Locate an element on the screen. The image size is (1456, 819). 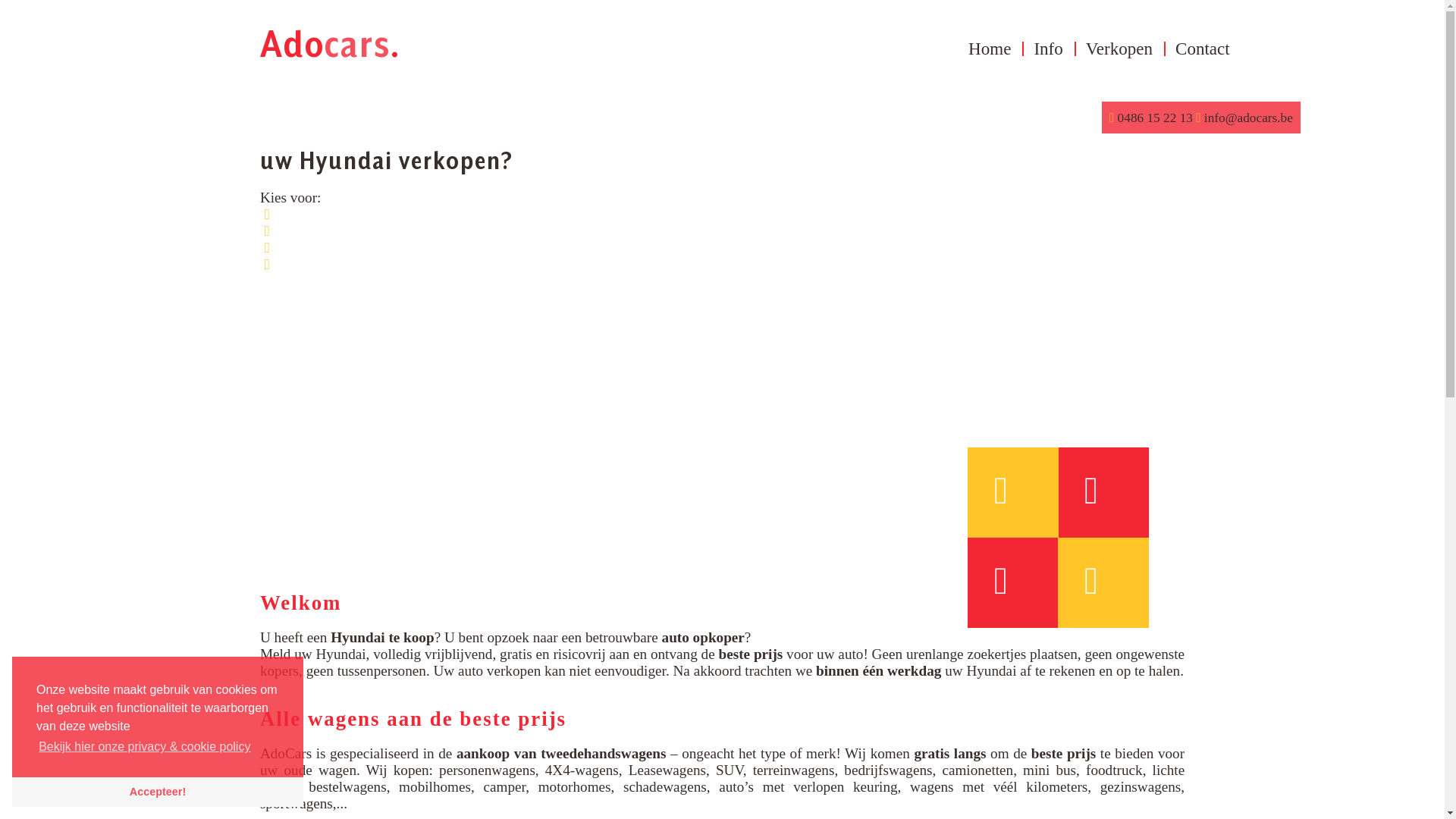
'schadewagens' is located at coordinates (665, 786).